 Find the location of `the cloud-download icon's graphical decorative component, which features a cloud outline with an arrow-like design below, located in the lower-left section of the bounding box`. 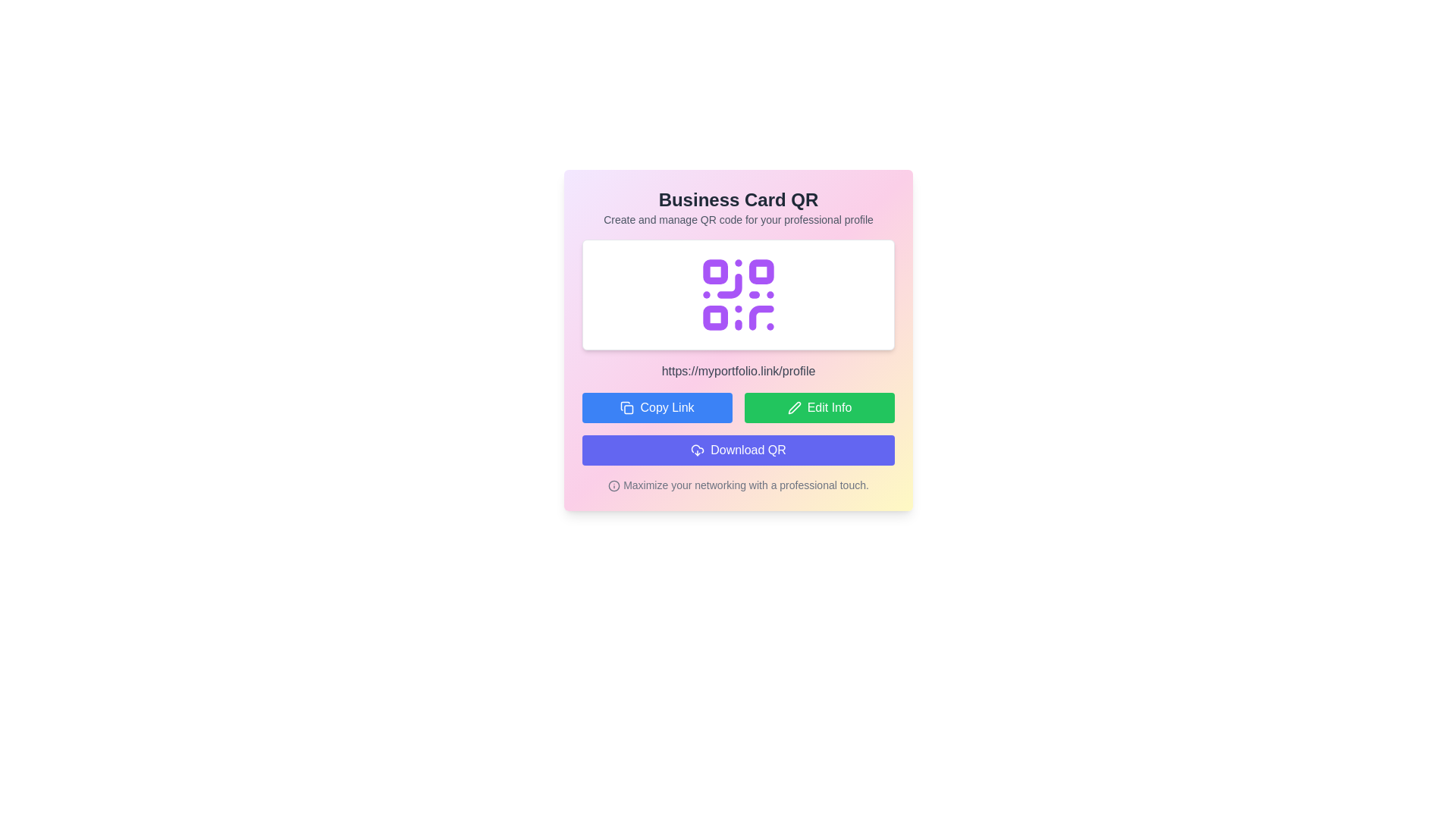

the cloud-download icon's graphical decorative component, which features a cloud outline with an arrow-like design below, located in the lower-left section of the bounding box is located at coordinates (697, 448).